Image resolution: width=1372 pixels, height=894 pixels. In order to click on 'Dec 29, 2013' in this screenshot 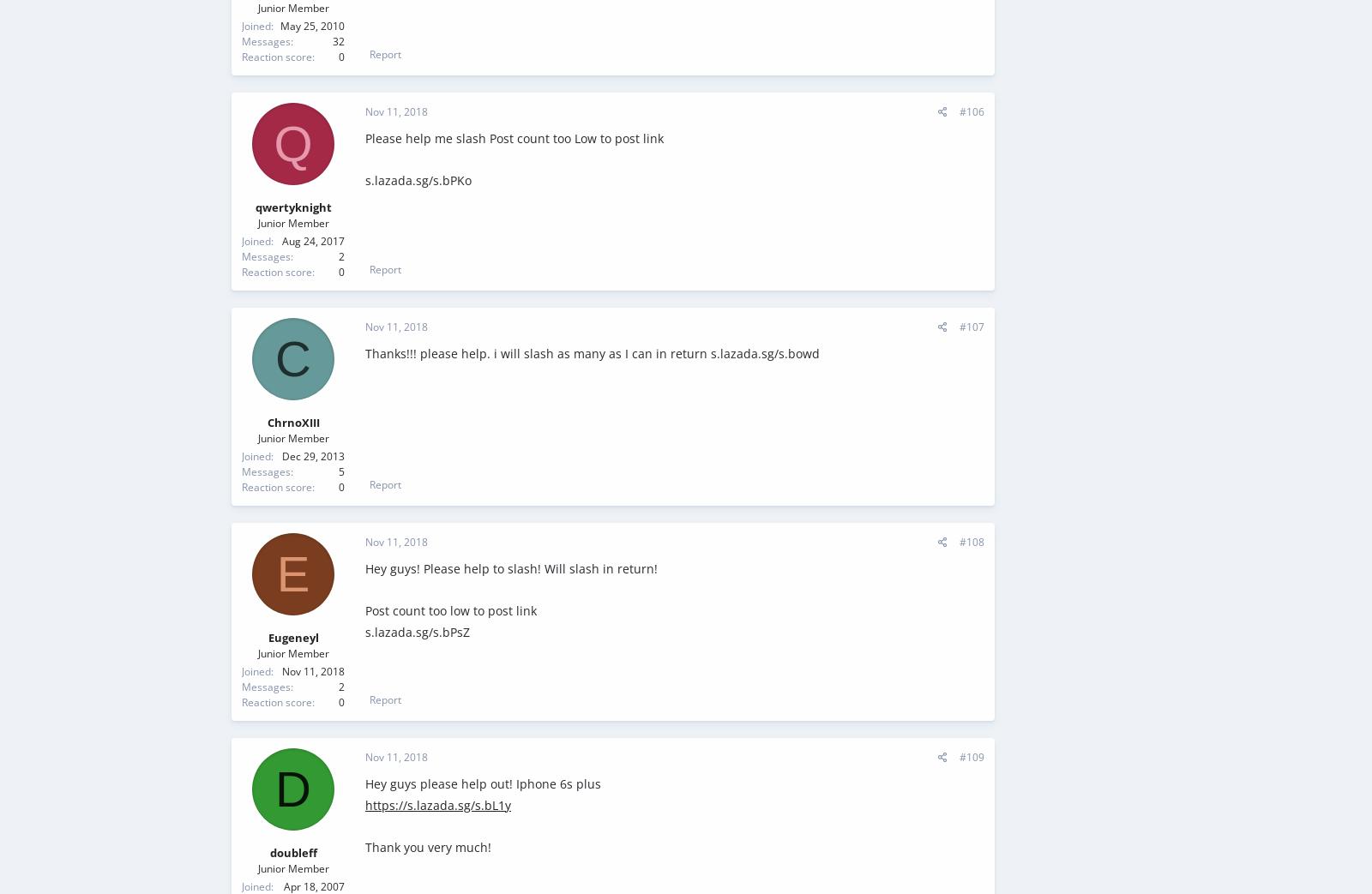, I will do `click(313, 456)`.